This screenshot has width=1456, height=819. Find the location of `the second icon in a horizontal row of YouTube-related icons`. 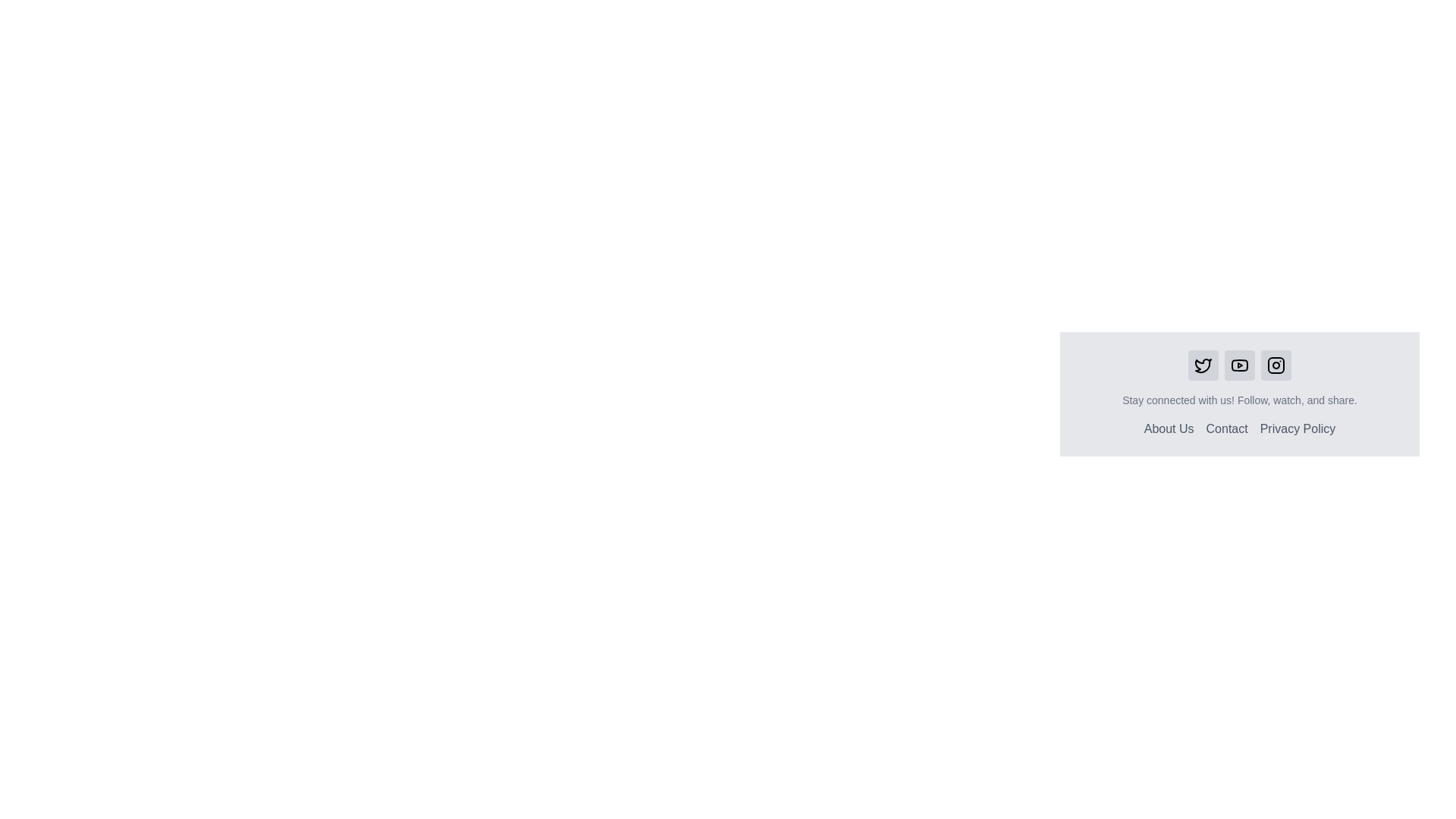

the second icon in a horizontal row of YouTube-related icons is located at coordinates (1240, 366).